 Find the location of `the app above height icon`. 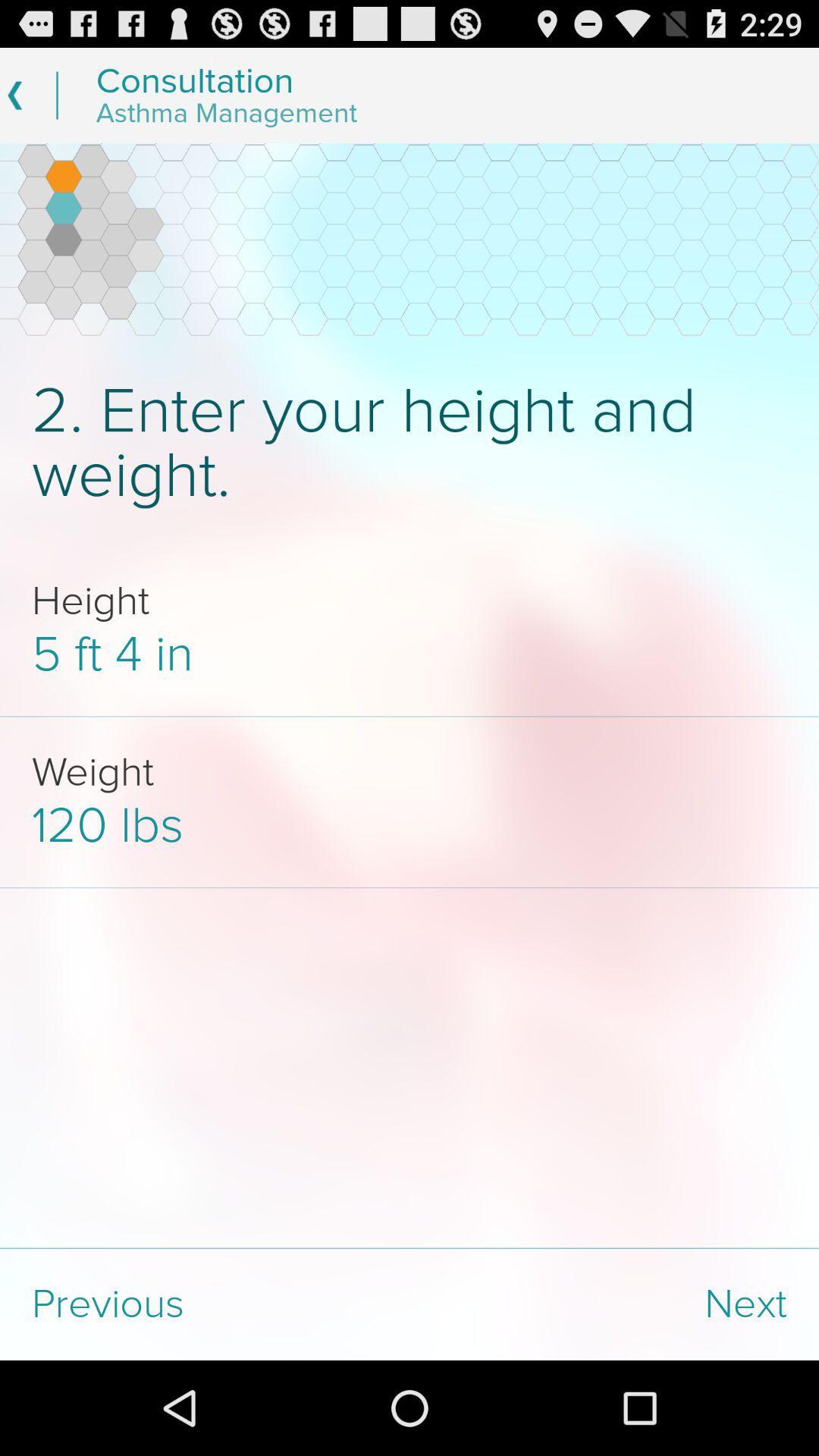

the app above height icon is located at coordinates (409, 443).